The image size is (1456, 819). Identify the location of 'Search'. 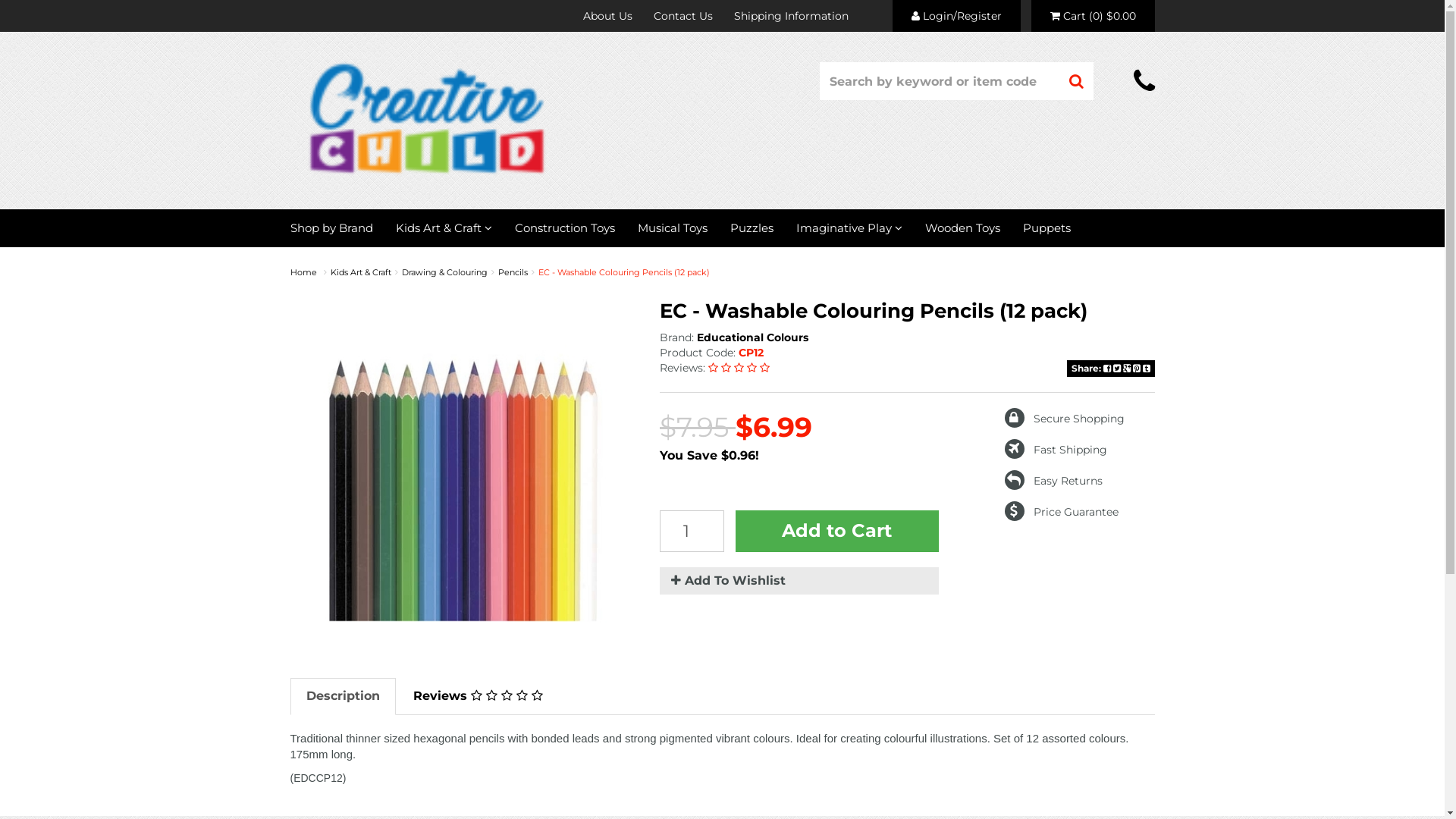
(1059, 81).